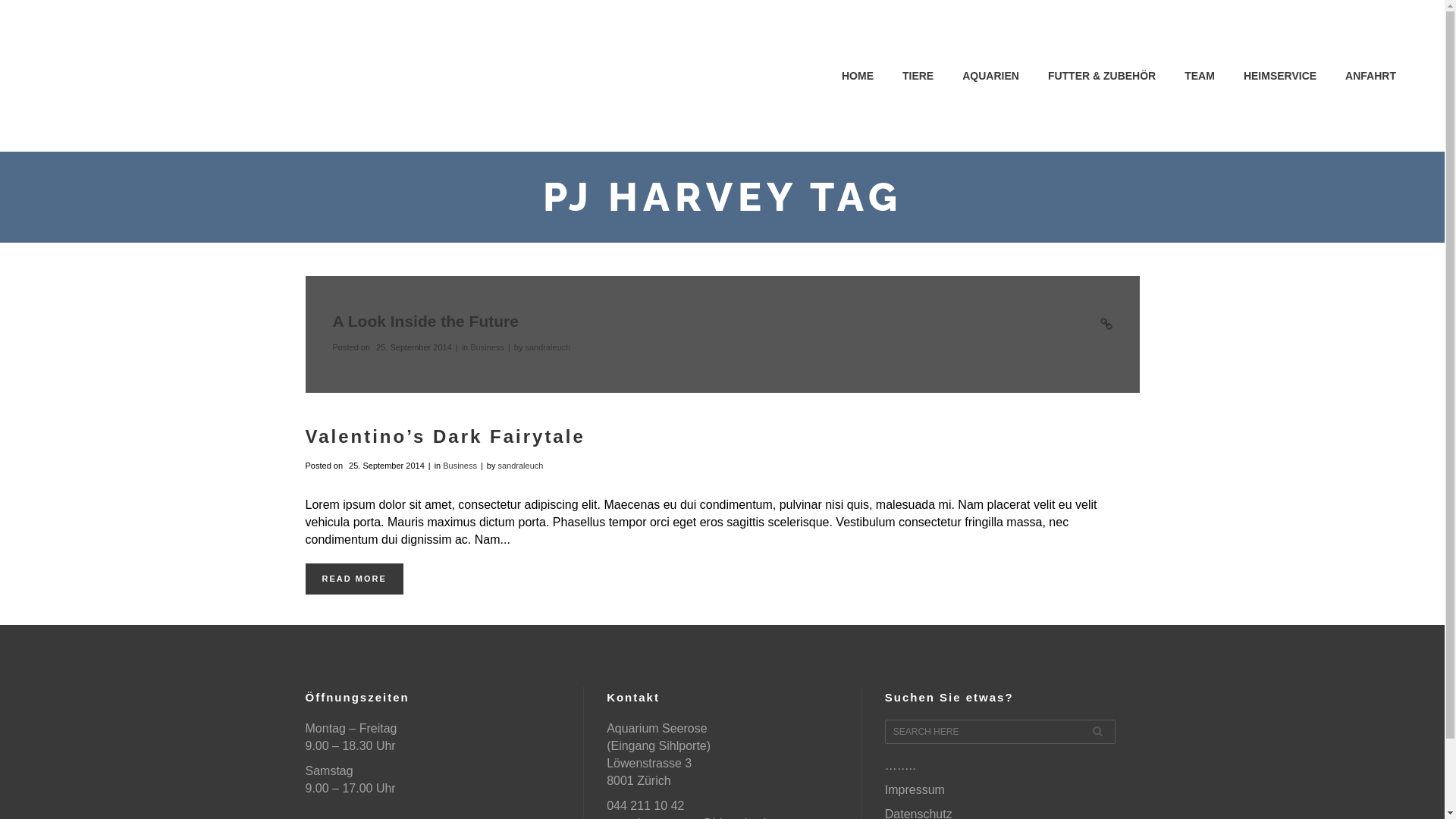 The image size is (1456, 819). Describe the element at coordinates (331, 320) in the screenshot. I see `'A Look Inside the Future'` at that location.